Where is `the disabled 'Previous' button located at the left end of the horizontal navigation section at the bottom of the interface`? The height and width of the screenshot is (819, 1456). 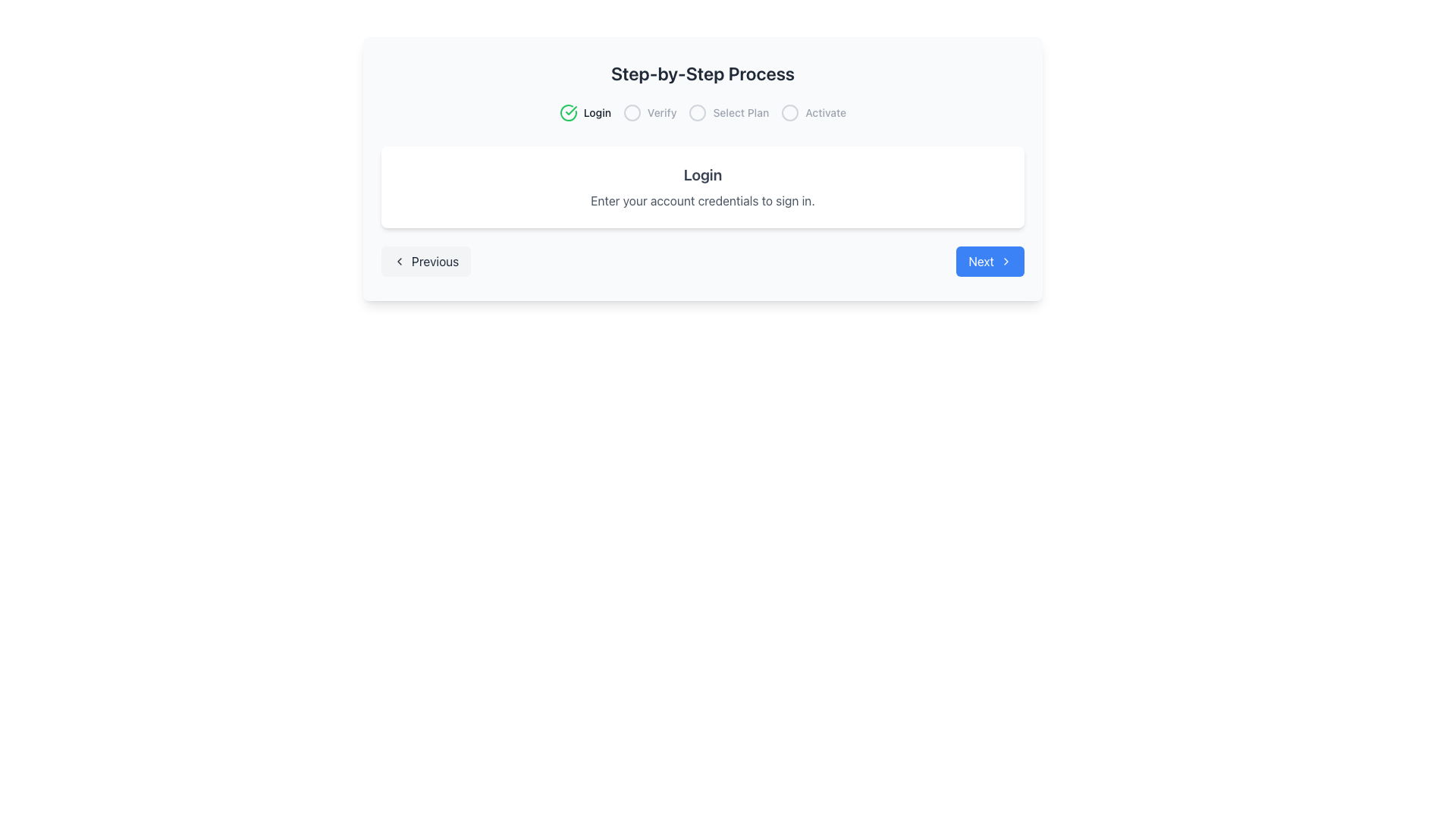
the disabled 'Previous' button located at the left end of the horizontal navigation section at the bottom of the interface is located at coordinates (425, 260).